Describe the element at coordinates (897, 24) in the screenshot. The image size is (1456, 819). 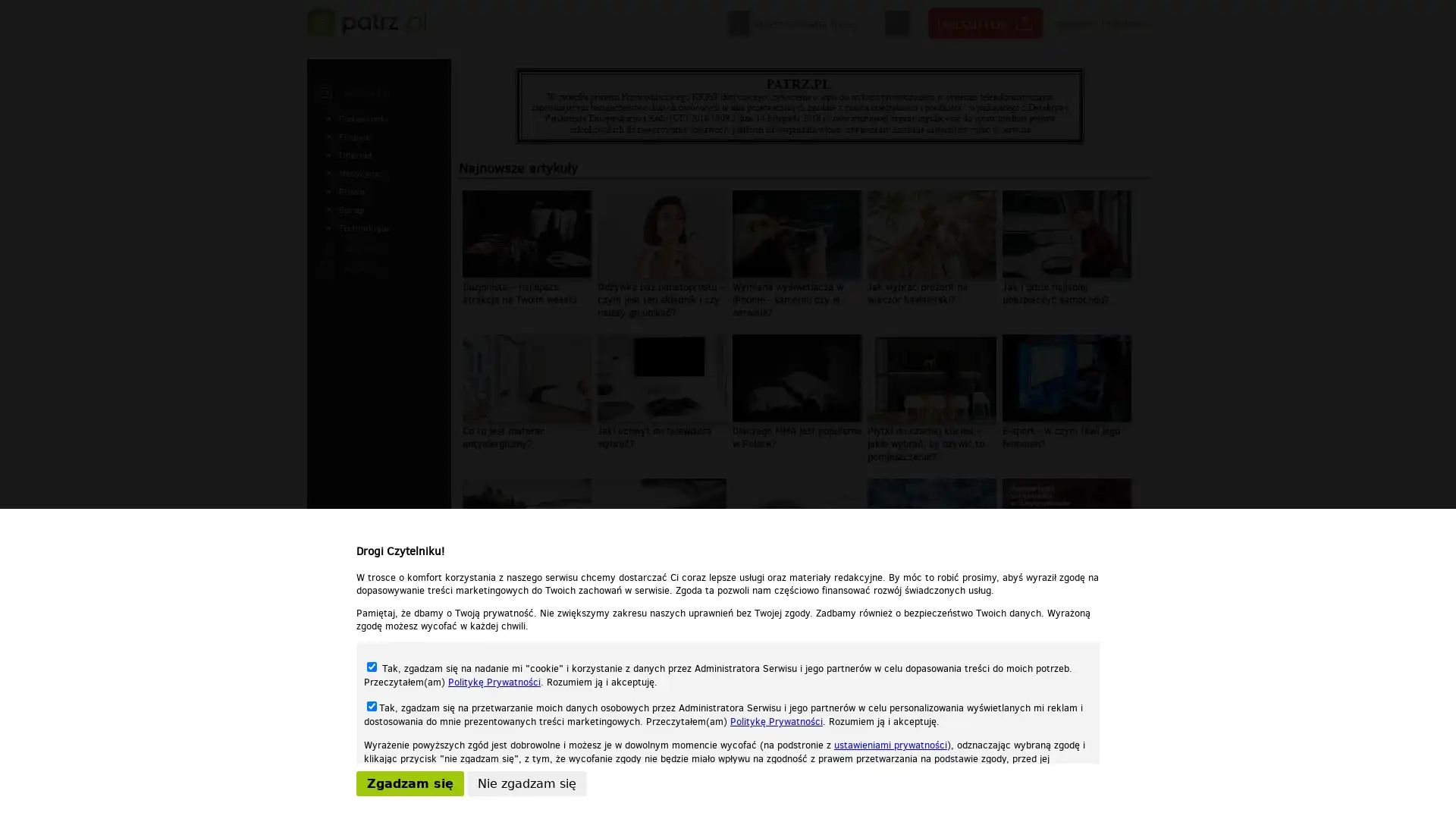
I see `Szukaj` at that location.